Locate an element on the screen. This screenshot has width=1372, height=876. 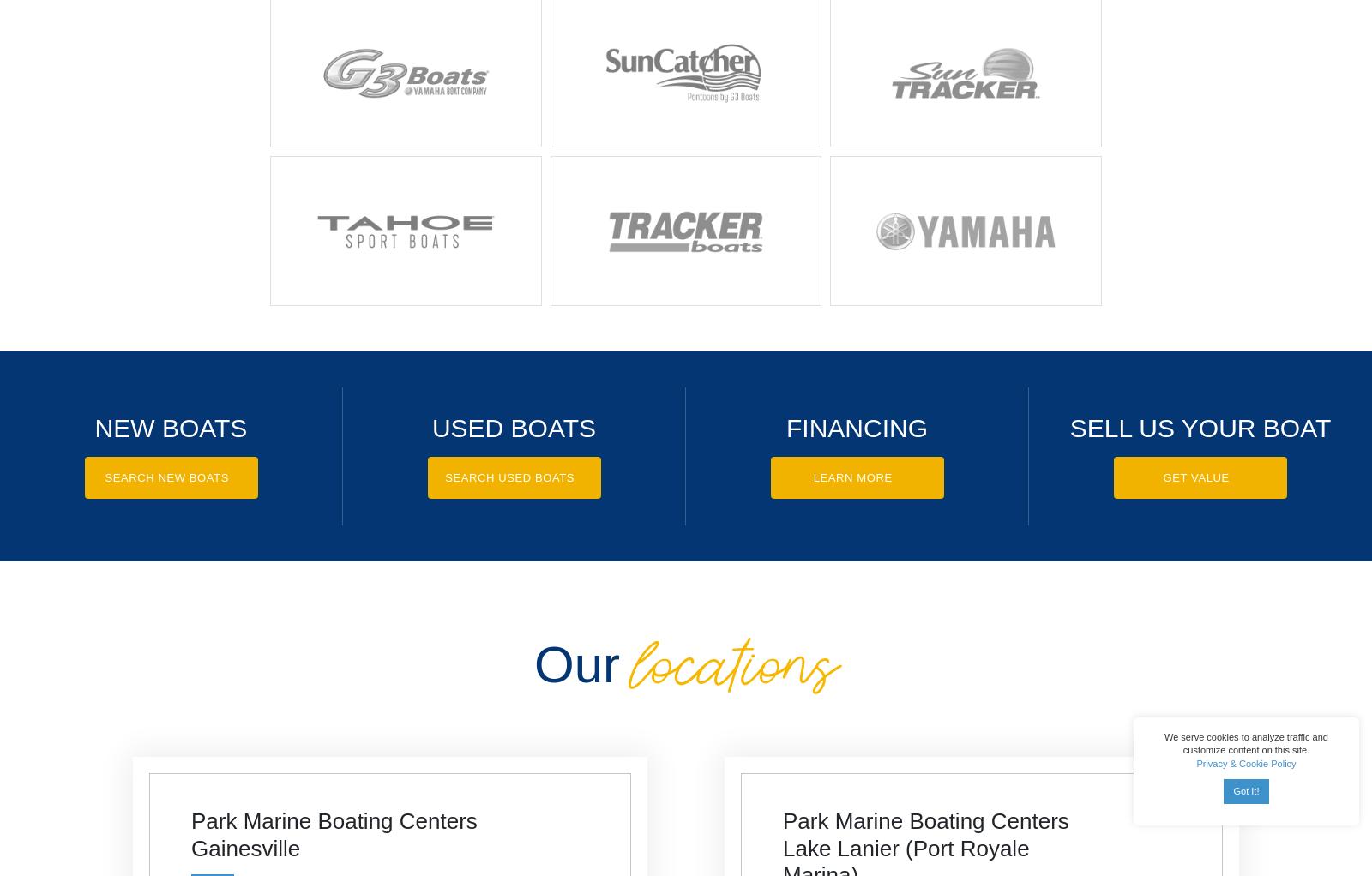
'Got It!' is located at coordinates (1245, 790).